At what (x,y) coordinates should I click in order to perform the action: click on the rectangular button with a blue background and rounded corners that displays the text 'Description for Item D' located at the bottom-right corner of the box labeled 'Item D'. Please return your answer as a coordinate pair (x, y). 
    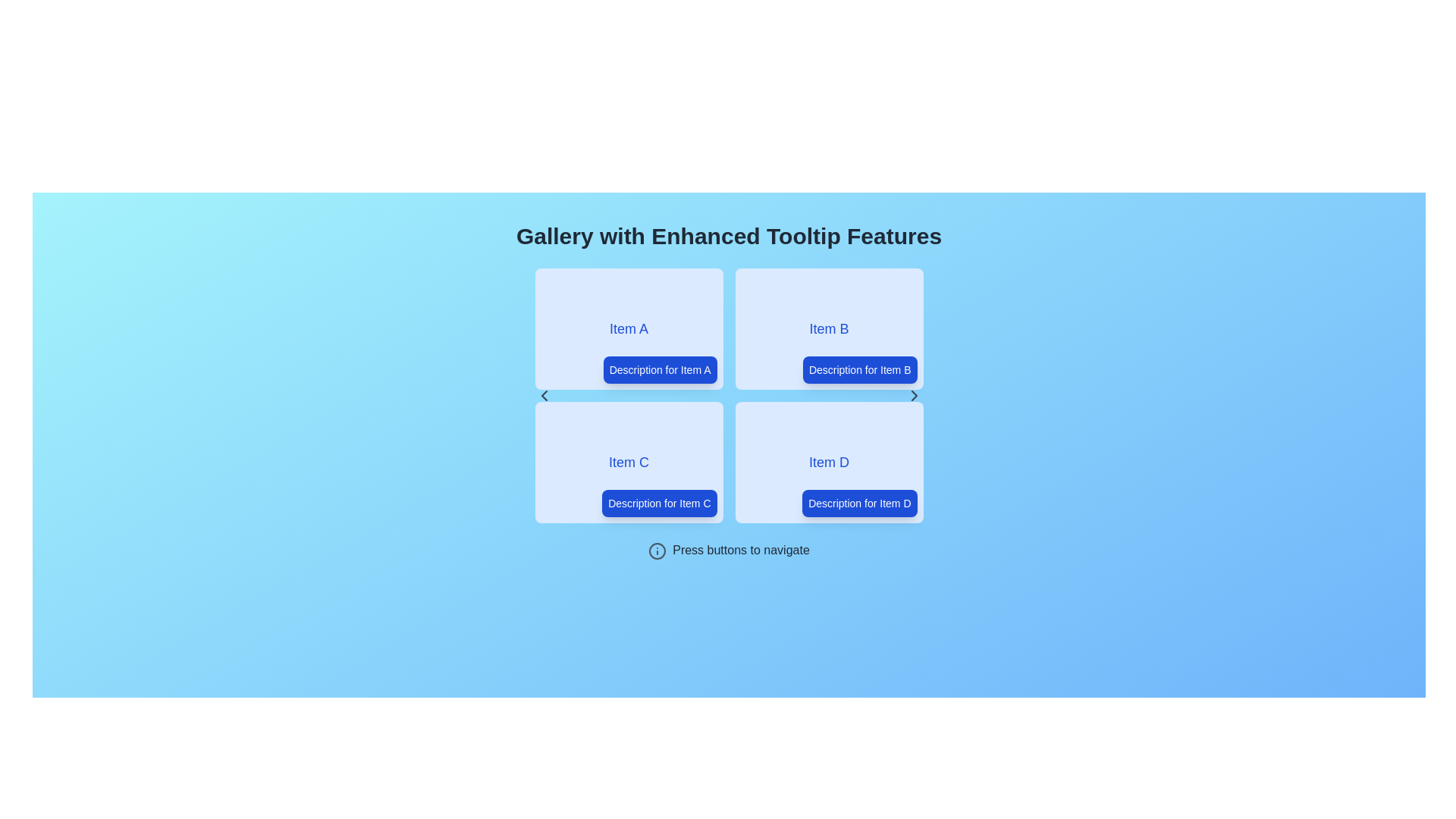
    Looking at the image, I should click on (859, 503).